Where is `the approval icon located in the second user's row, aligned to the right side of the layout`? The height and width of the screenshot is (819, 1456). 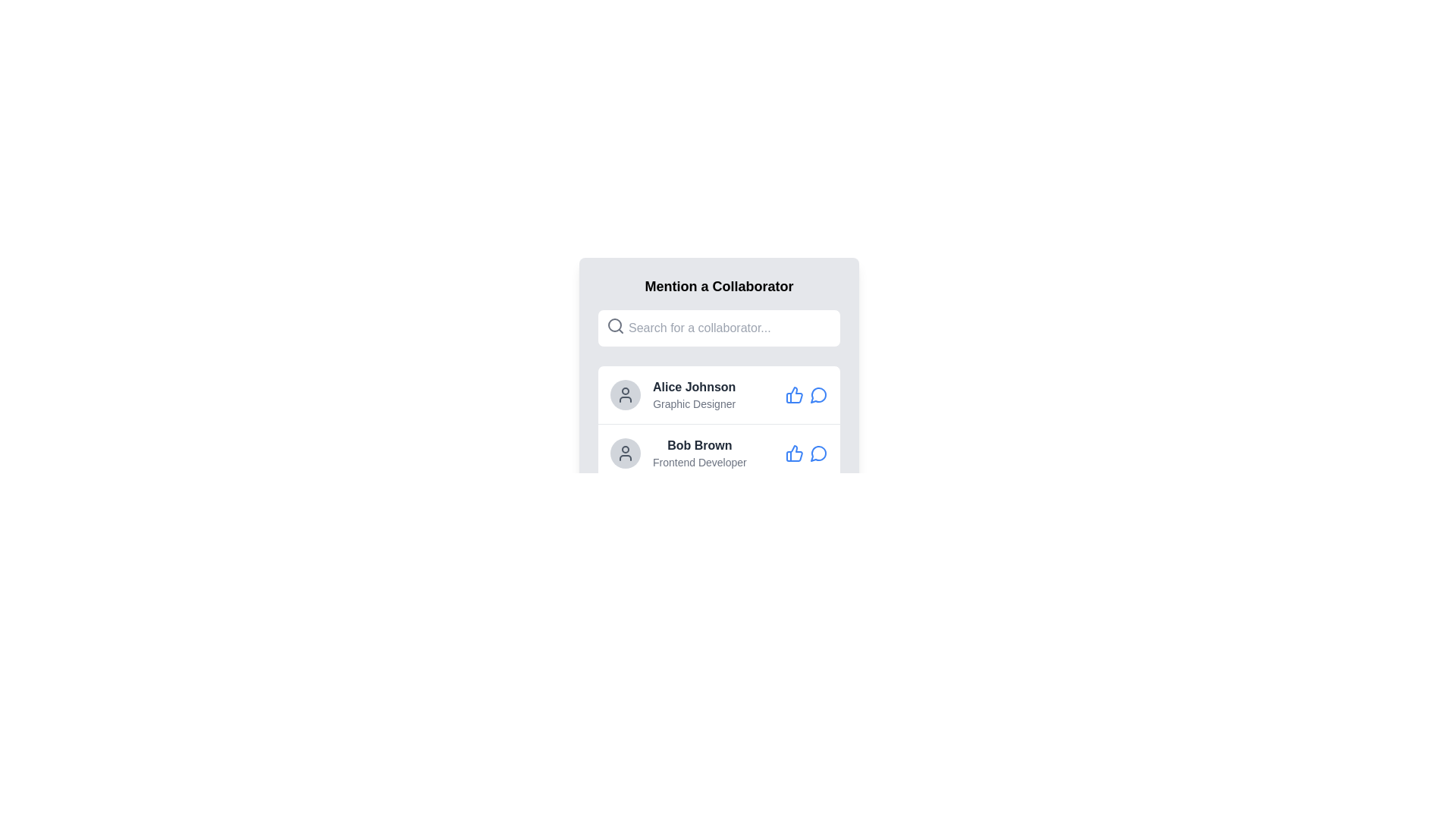 the approval icon located in the second user's row, aligned to the right side of the layout is located at coordinates (793, 452).